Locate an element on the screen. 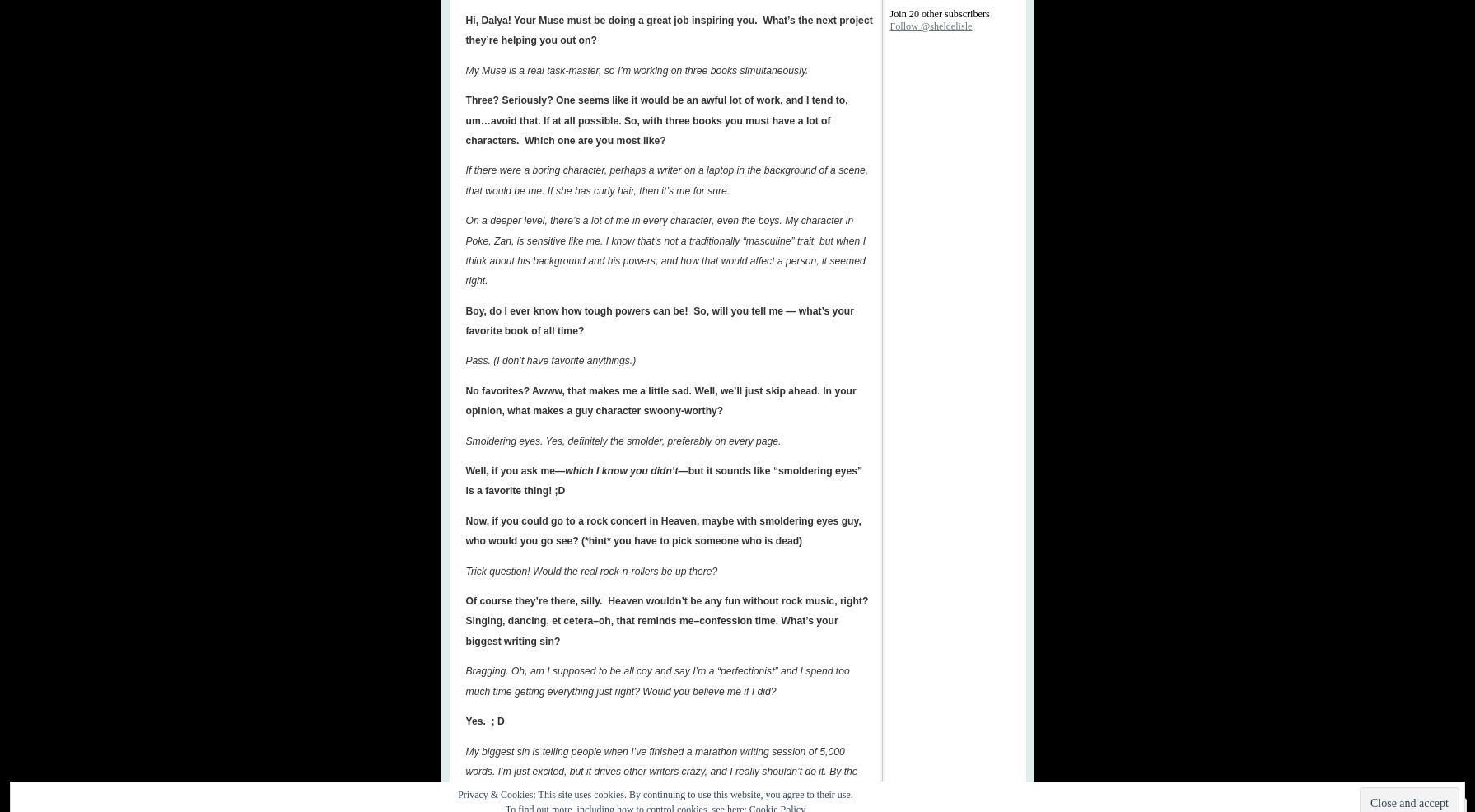 This screenshot has height=812, width=1475. 'Well, if you ask me—' is located at coordinates (515, 469).